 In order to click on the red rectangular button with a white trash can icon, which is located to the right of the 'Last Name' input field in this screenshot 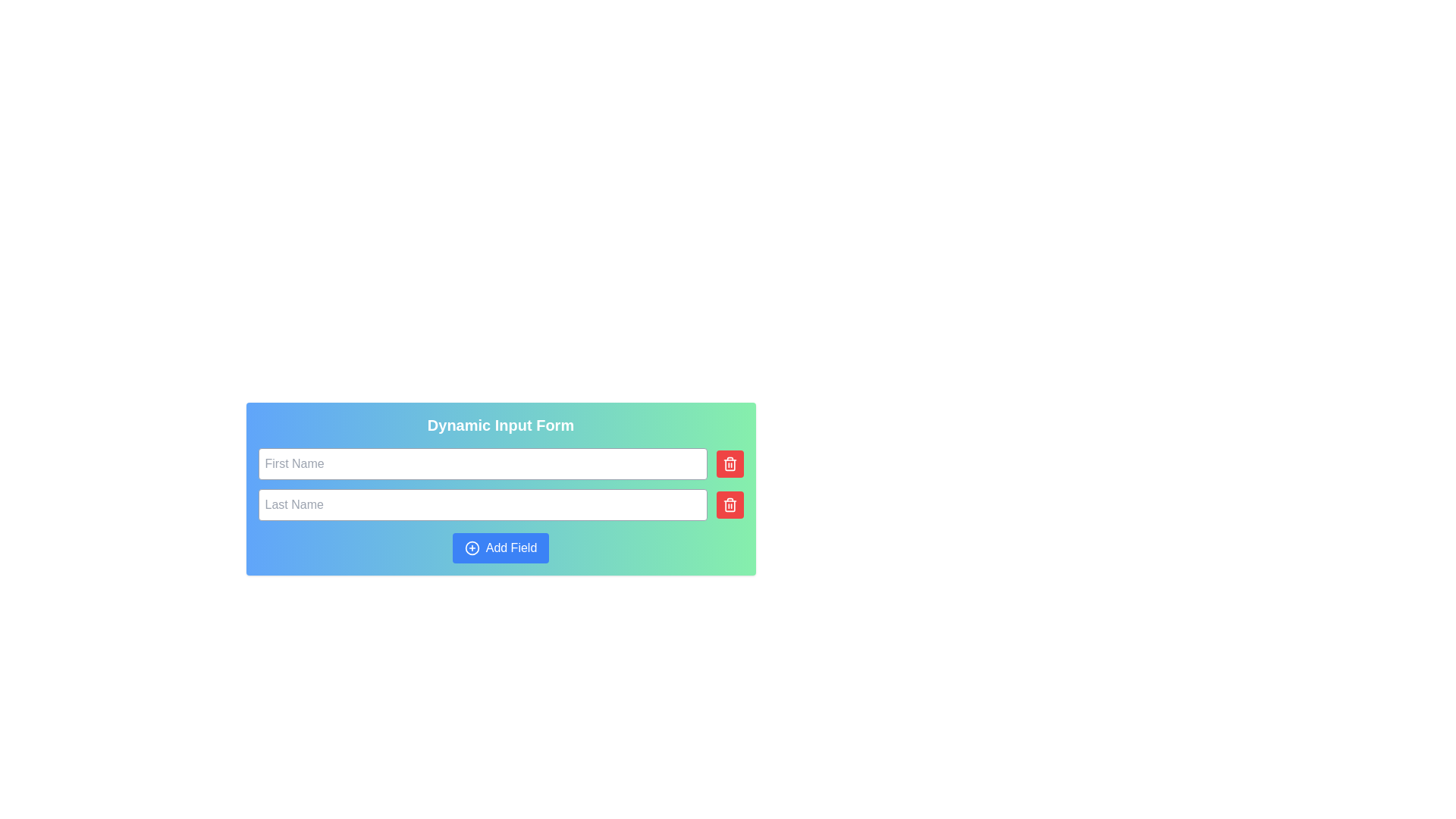, I will do `click(730, 505)`.